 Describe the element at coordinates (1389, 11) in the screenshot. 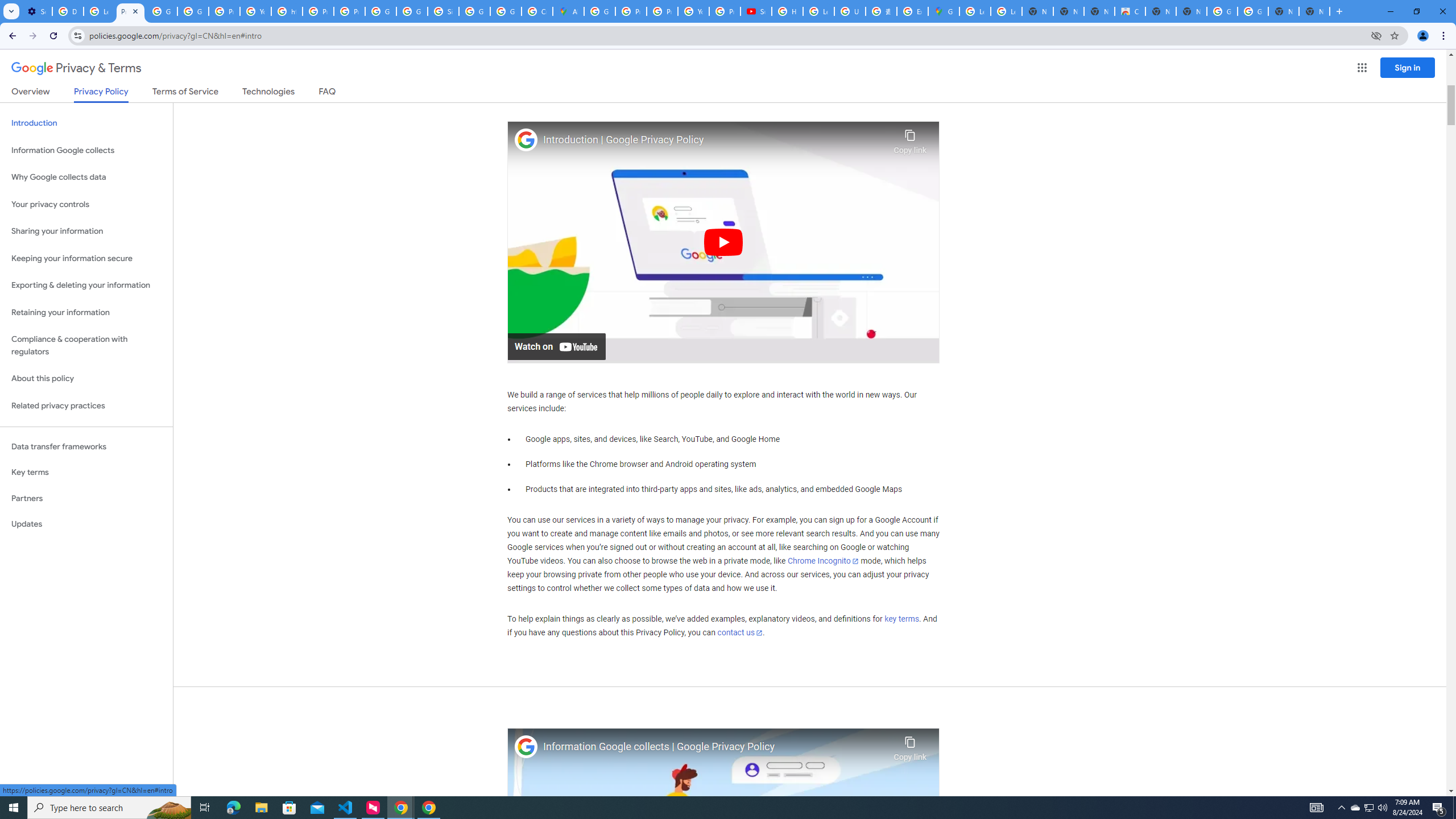

I see `'Minimize'` at that location.